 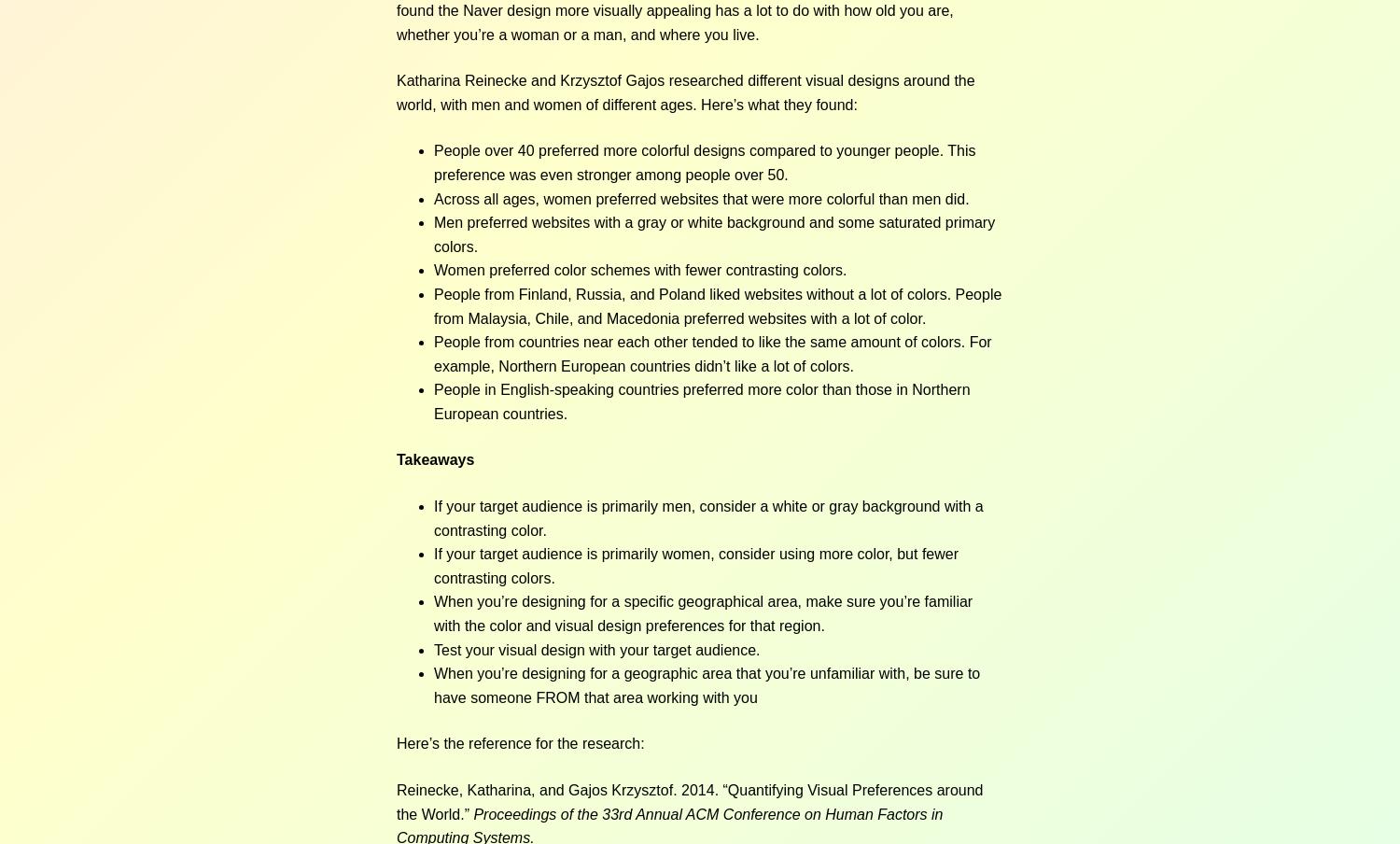 What do you see at coordinates (704, 162) in the screenshot?
I see `'People over 40 preferred more colorful designs compared to younger people. This preference was even stronger among people over 50.'` at bounding box center [704, 162].